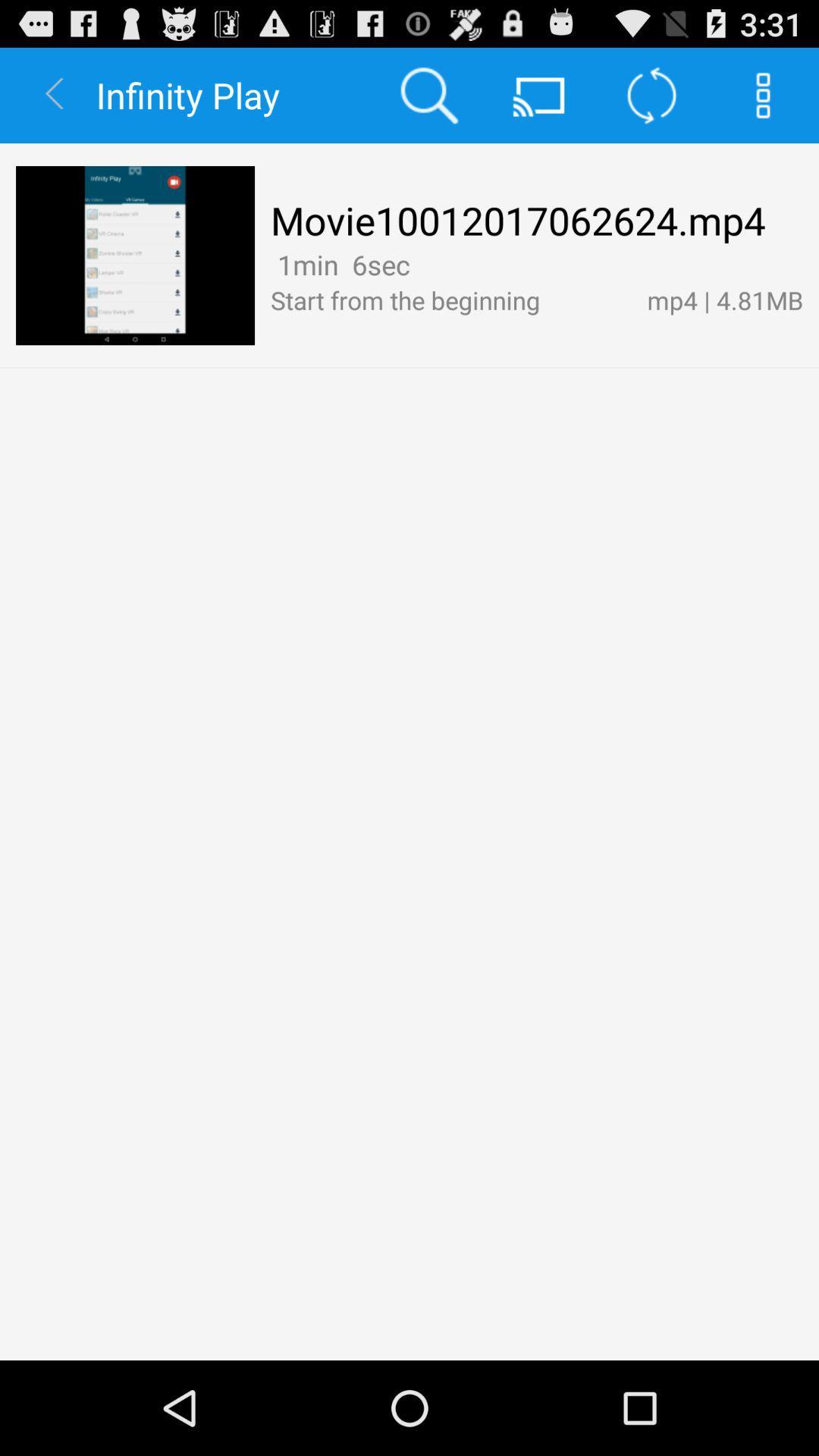 The height and width of the screenshot is (1456, 819). I want to click on the item next to the  1min  6sec, so click(421, 264).